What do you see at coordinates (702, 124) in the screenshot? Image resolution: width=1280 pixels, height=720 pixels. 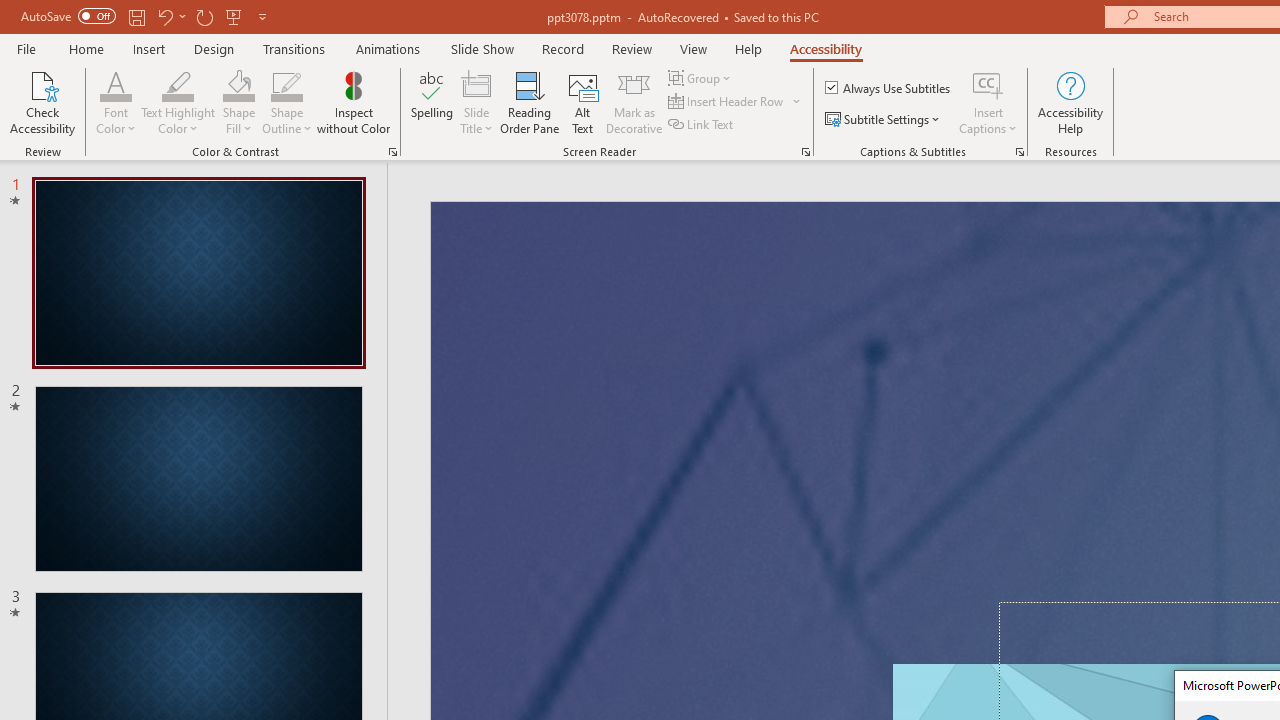 I see `'Link Text'` at bounding box center [702, 124].